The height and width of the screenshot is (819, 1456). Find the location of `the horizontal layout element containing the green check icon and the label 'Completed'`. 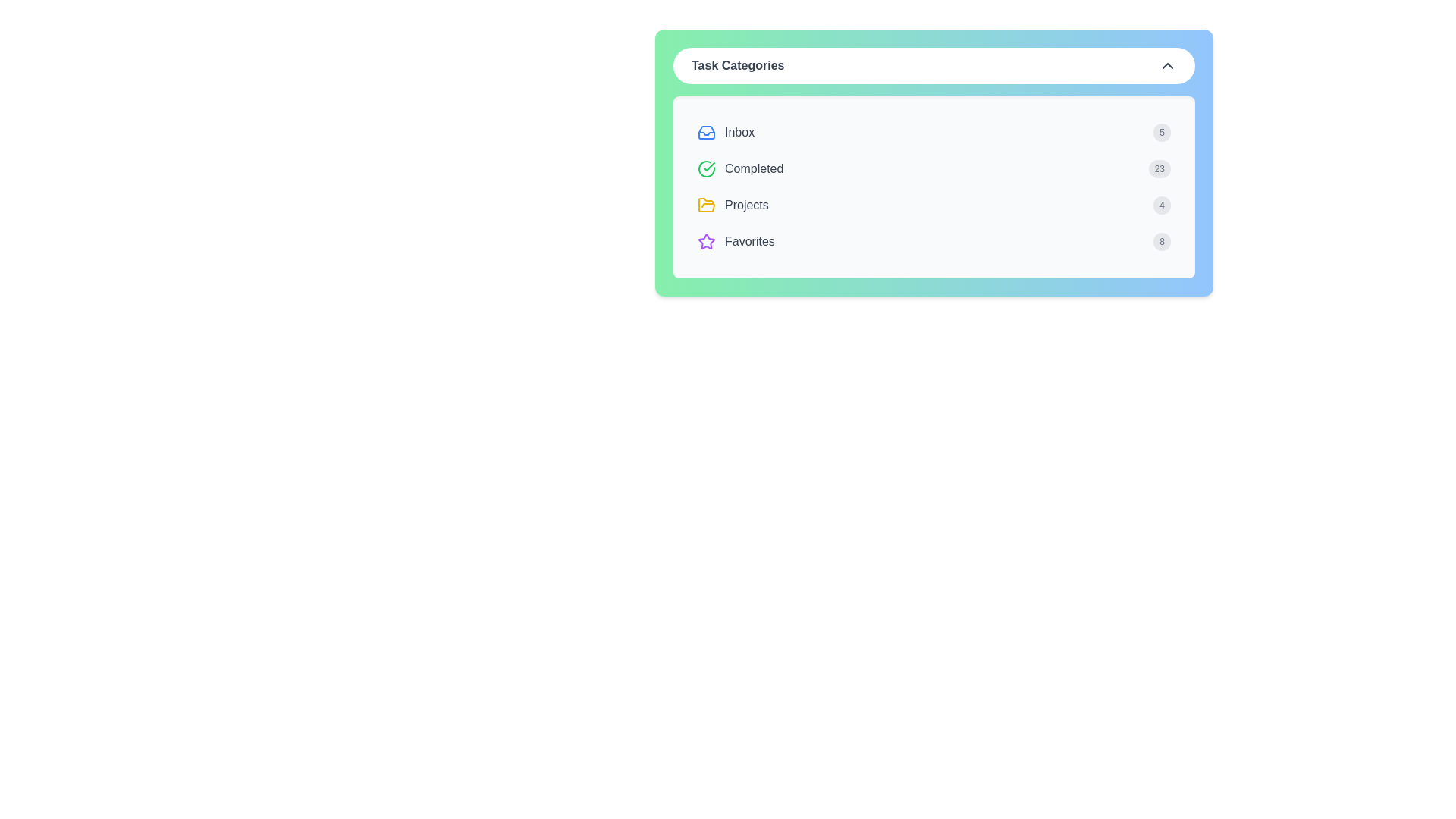

the horizontal layout element containing the green check icon and the label 'Completed' is located at coordinates (740, 169).